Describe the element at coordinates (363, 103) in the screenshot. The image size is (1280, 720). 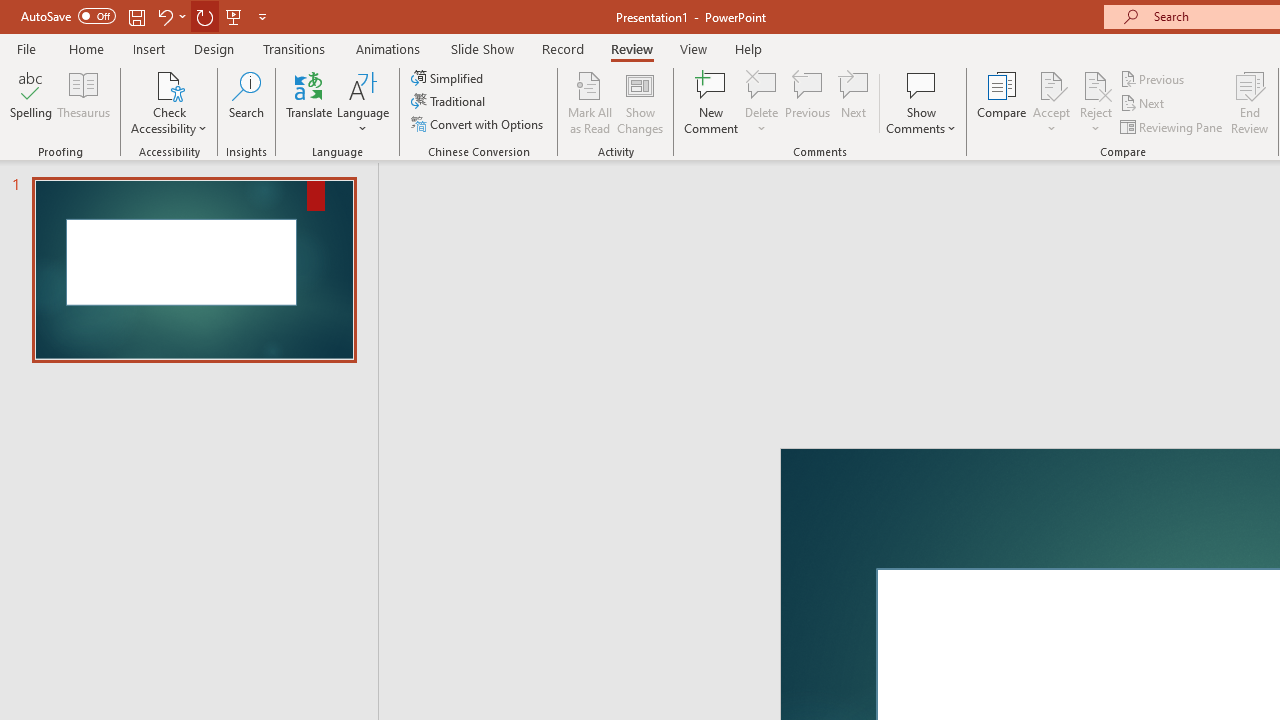
I see `'Language'` at that location.